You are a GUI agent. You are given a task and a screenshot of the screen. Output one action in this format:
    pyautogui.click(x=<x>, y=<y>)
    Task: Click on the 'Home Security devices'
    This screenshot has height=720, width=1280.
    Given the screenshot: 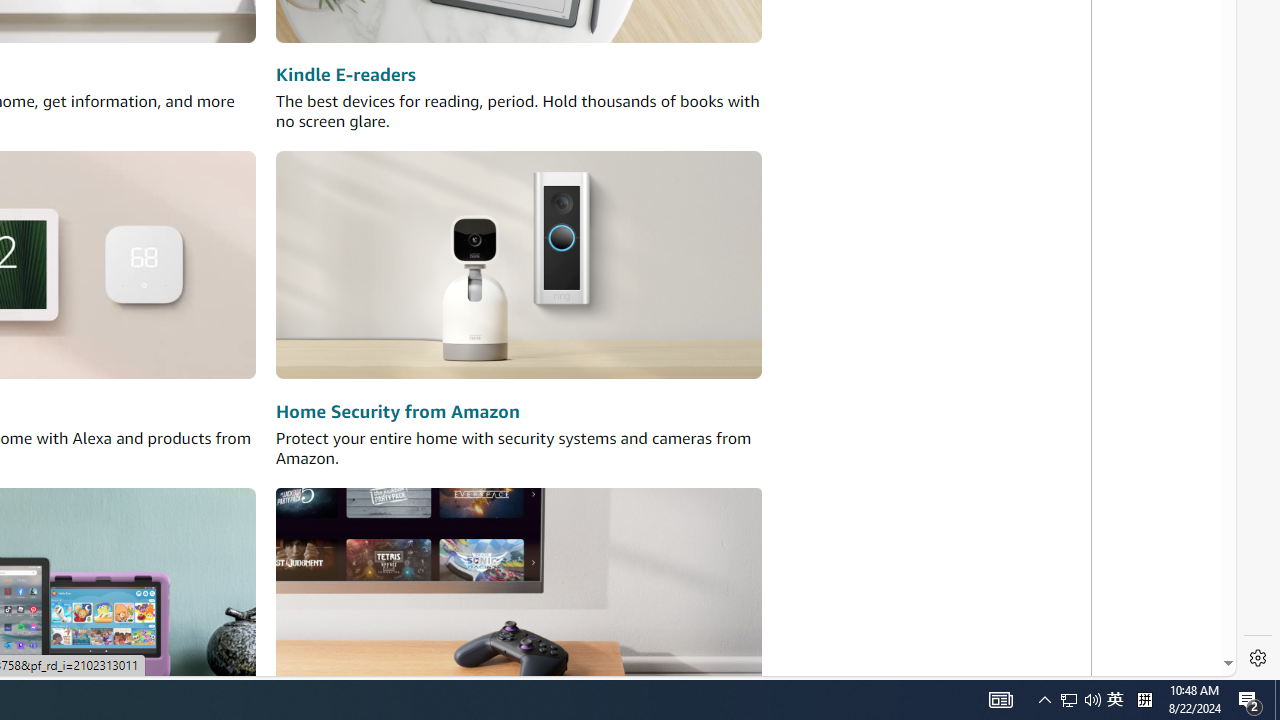 What is the action you would take?
    pyautogui.click(x=519, y=264)
    